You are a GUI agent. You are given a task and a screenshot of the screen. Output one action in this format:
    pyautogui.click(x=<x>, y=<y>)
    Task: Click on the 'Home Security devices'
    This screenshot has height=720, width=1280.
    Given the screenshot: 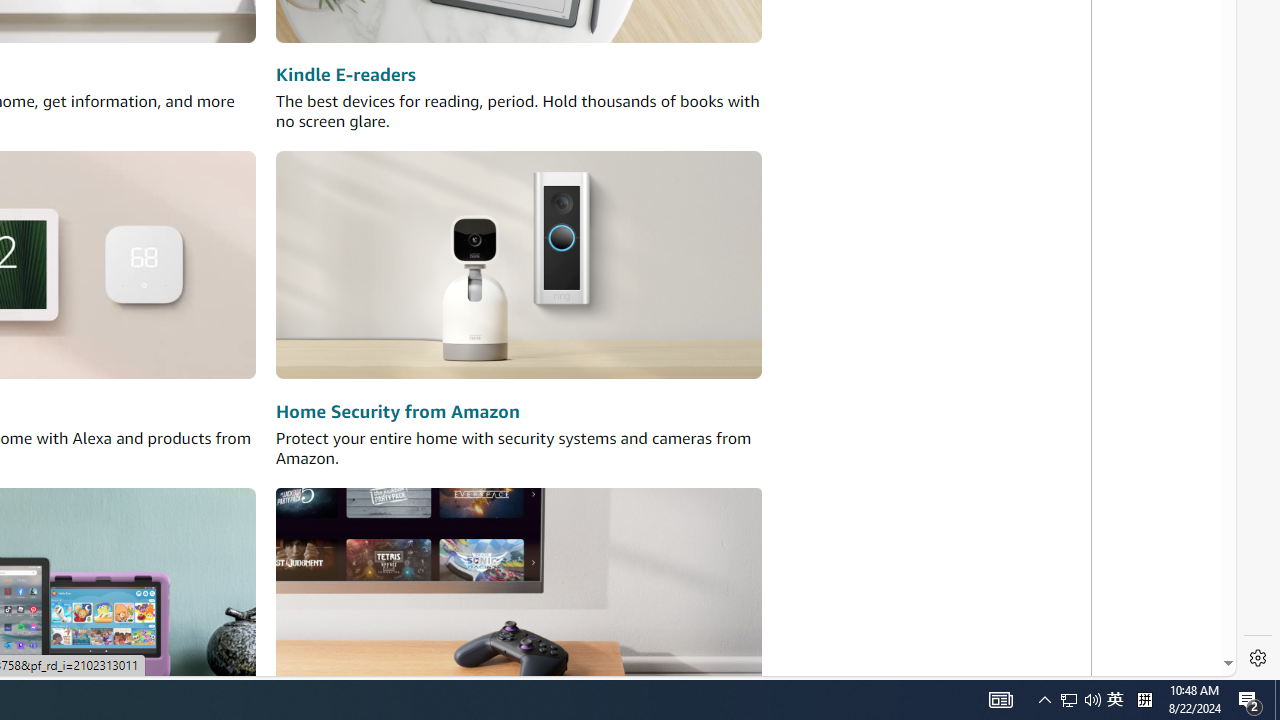 What is the action you would take?
    pyautogui.click(x=519, y=264)
    